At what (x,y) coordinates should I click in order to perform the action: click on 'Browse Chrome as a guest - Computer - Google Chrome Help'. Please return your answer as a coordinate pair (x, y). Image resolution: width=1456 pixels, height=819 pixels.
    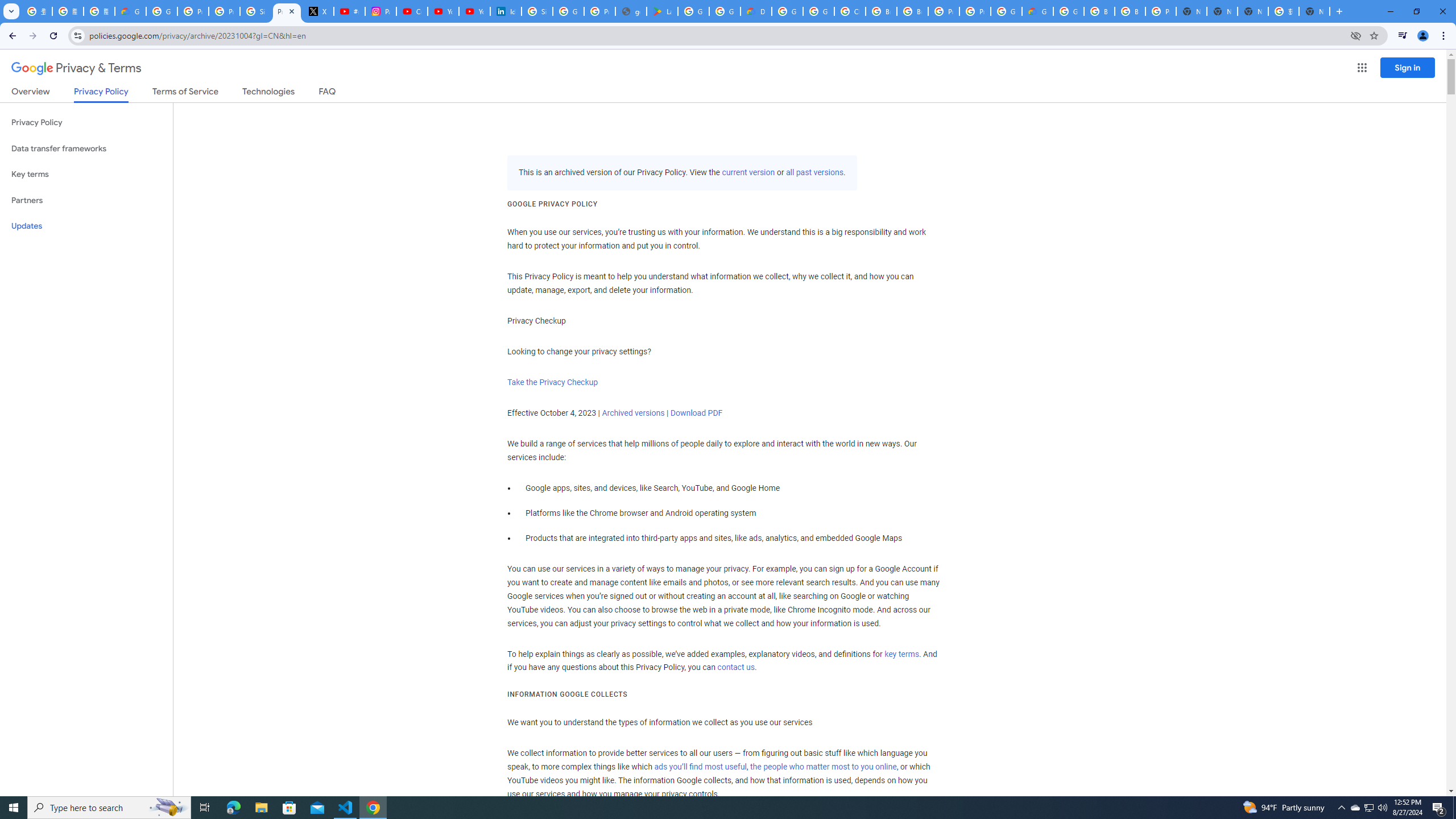
    Looking at the image, I should click on (1099, 11).